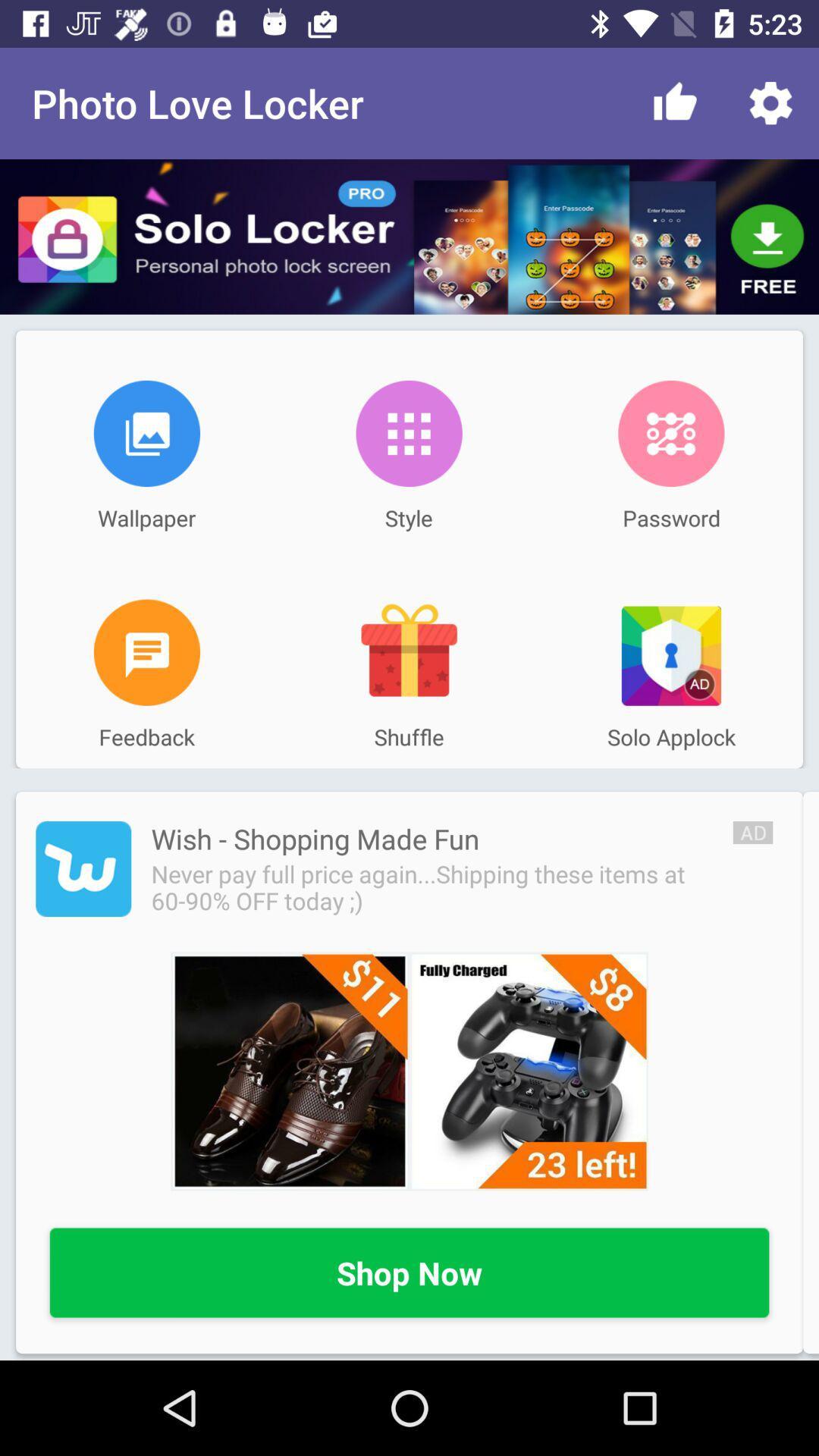 This screenshot has height=1456, width=819. Describe the element at coordinates (146, 432) in the screenshot. I see `the item above wallpaper` at that location.